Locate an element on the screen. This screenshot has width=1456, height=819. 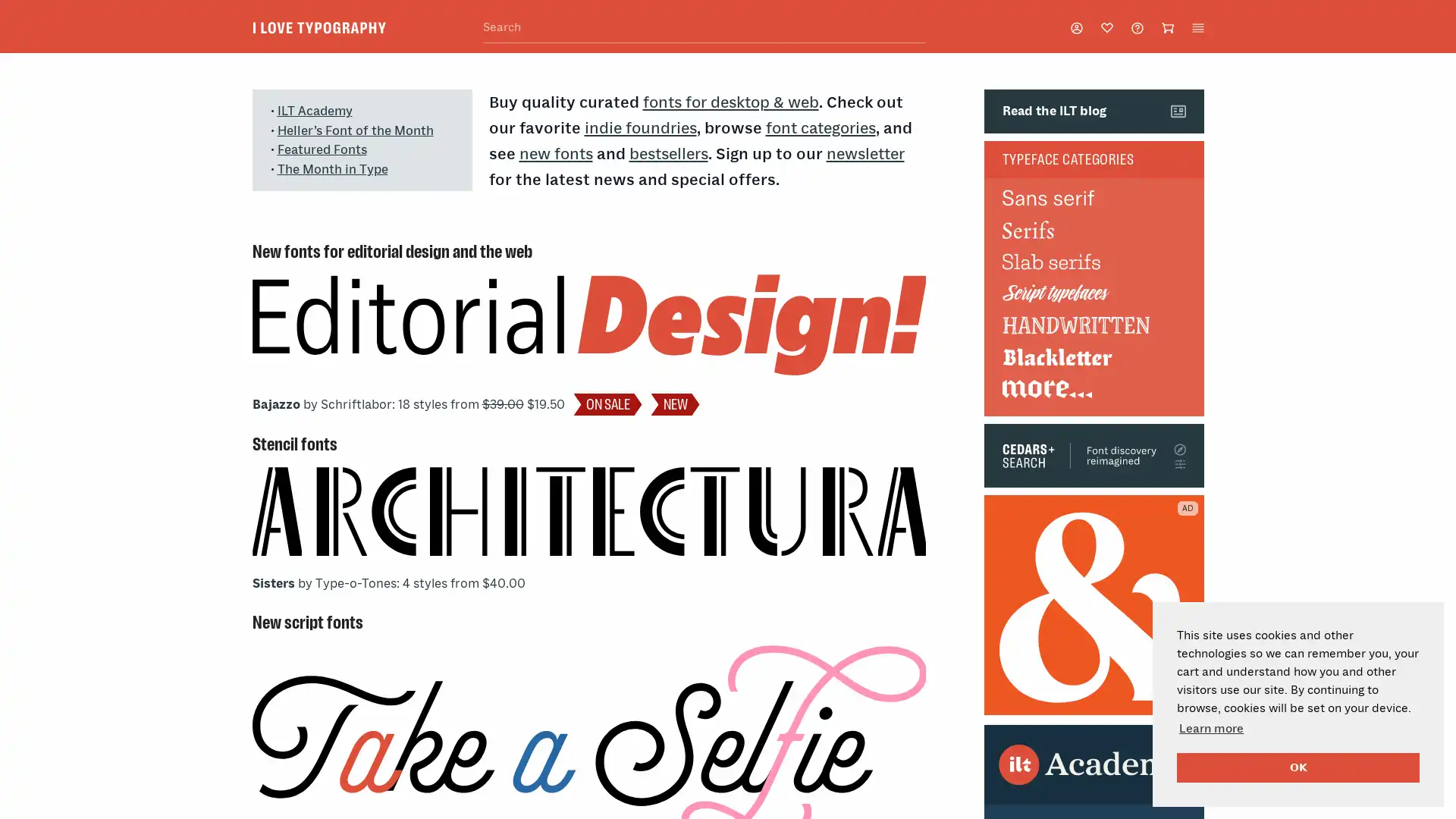
learn more about cookies is located at coordinates (1210, 727).